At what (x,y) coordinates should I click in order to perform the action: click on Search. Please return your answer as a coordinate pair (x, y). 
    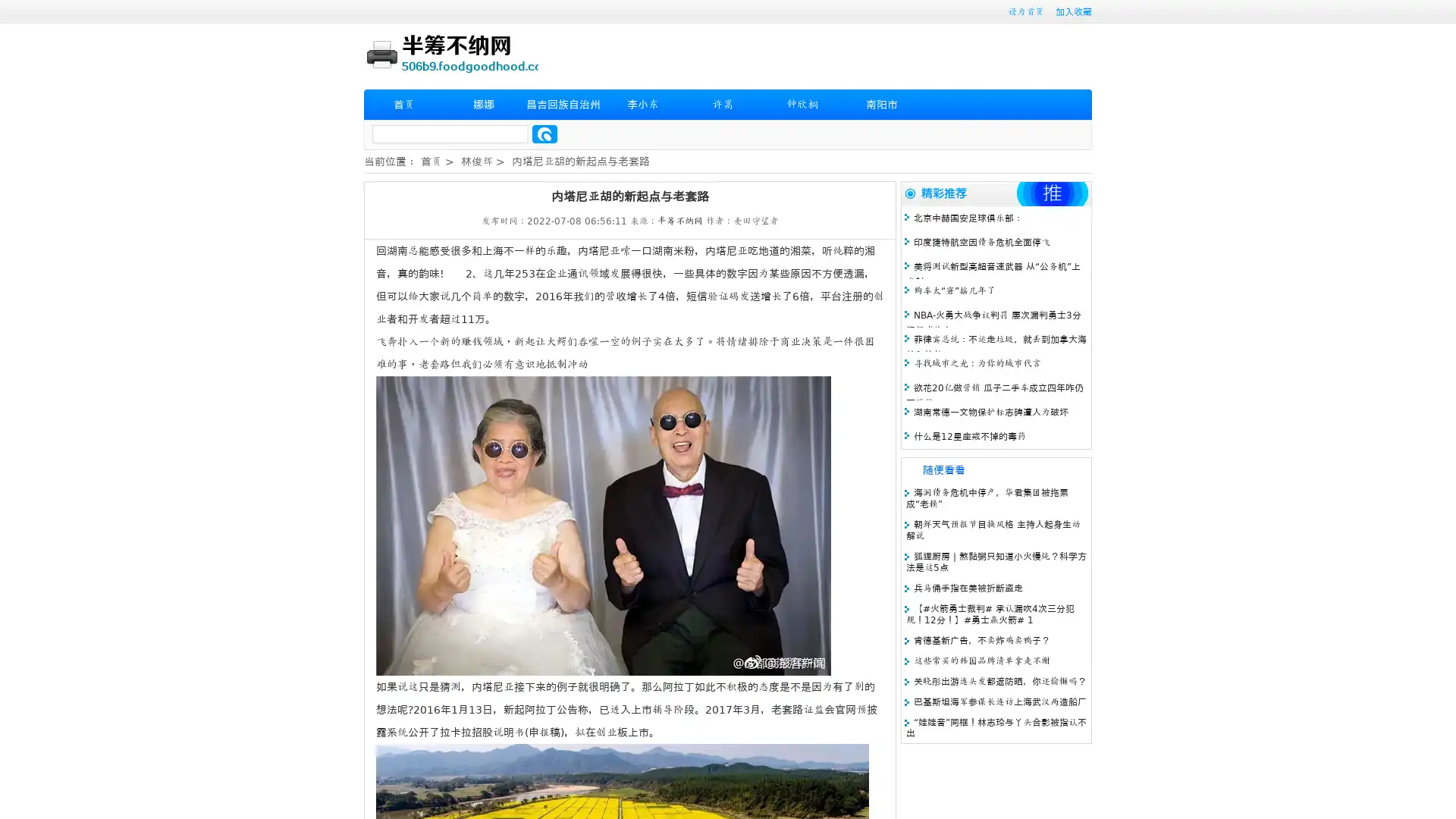
    Looking at the image, I should click on (544, 133).